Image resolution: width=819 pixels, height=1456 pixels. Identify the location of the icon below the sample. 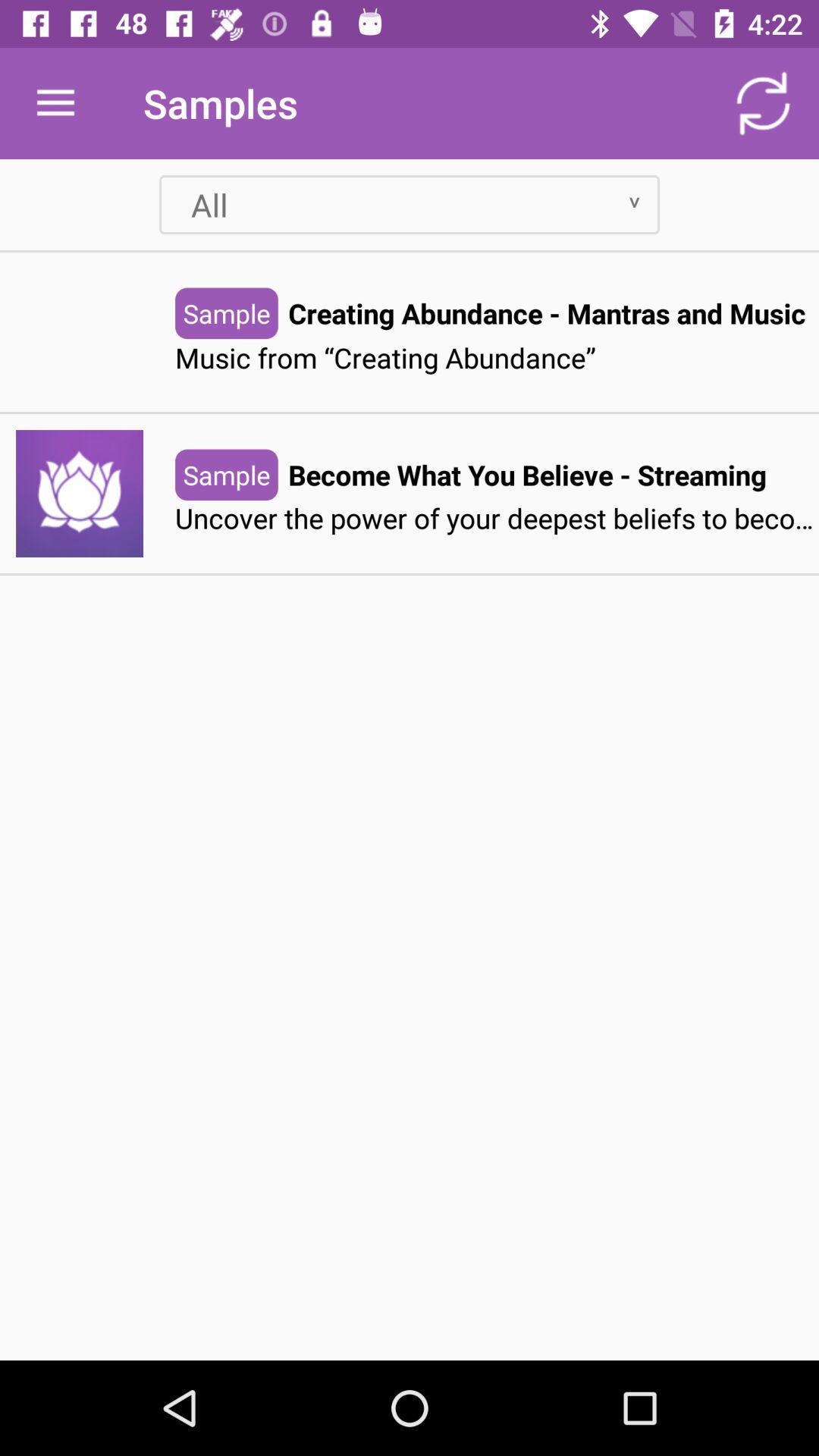
(497, 519).